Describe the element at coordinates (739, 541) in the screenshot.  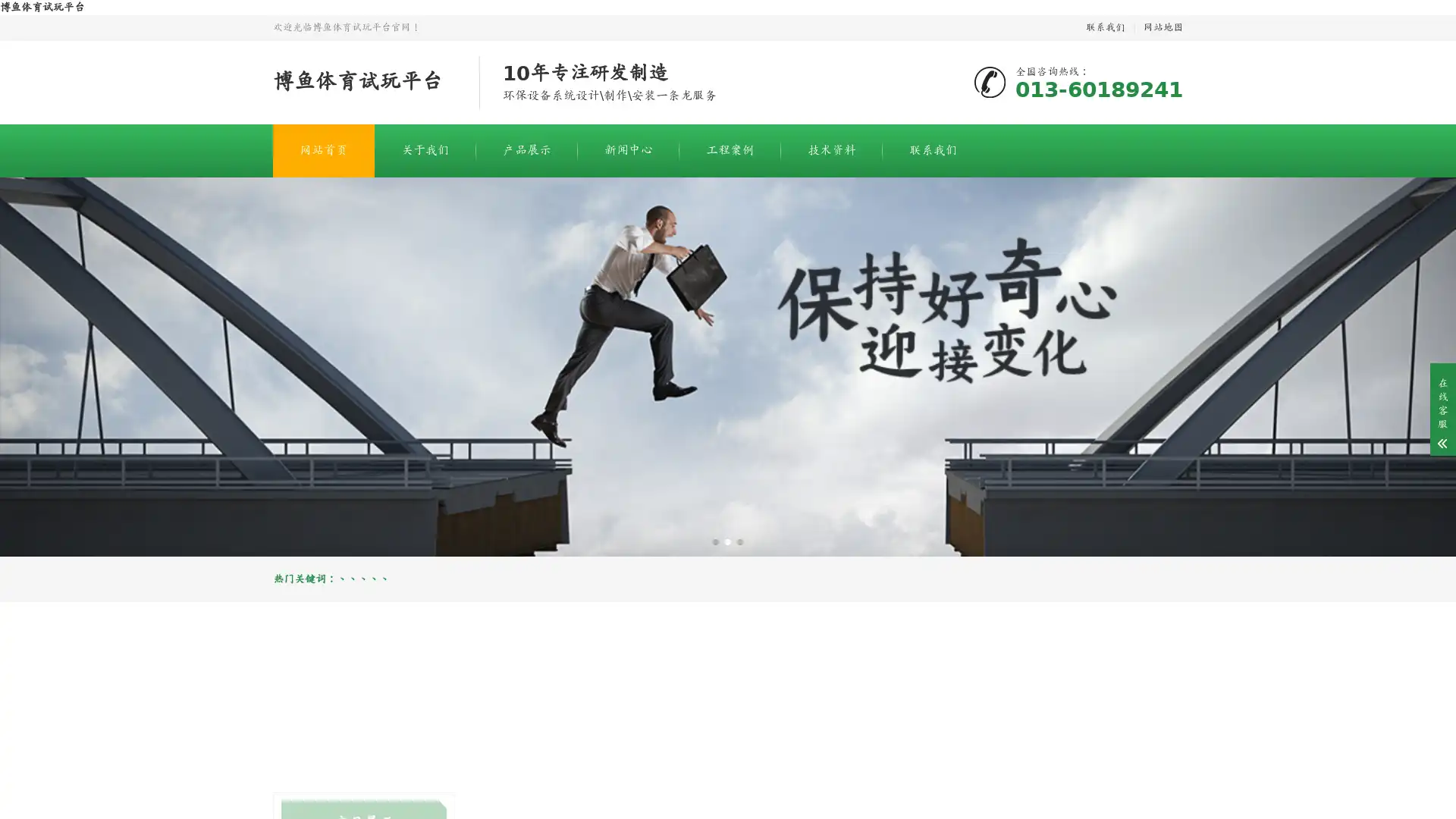
I see `Go to slide 3` at that location.